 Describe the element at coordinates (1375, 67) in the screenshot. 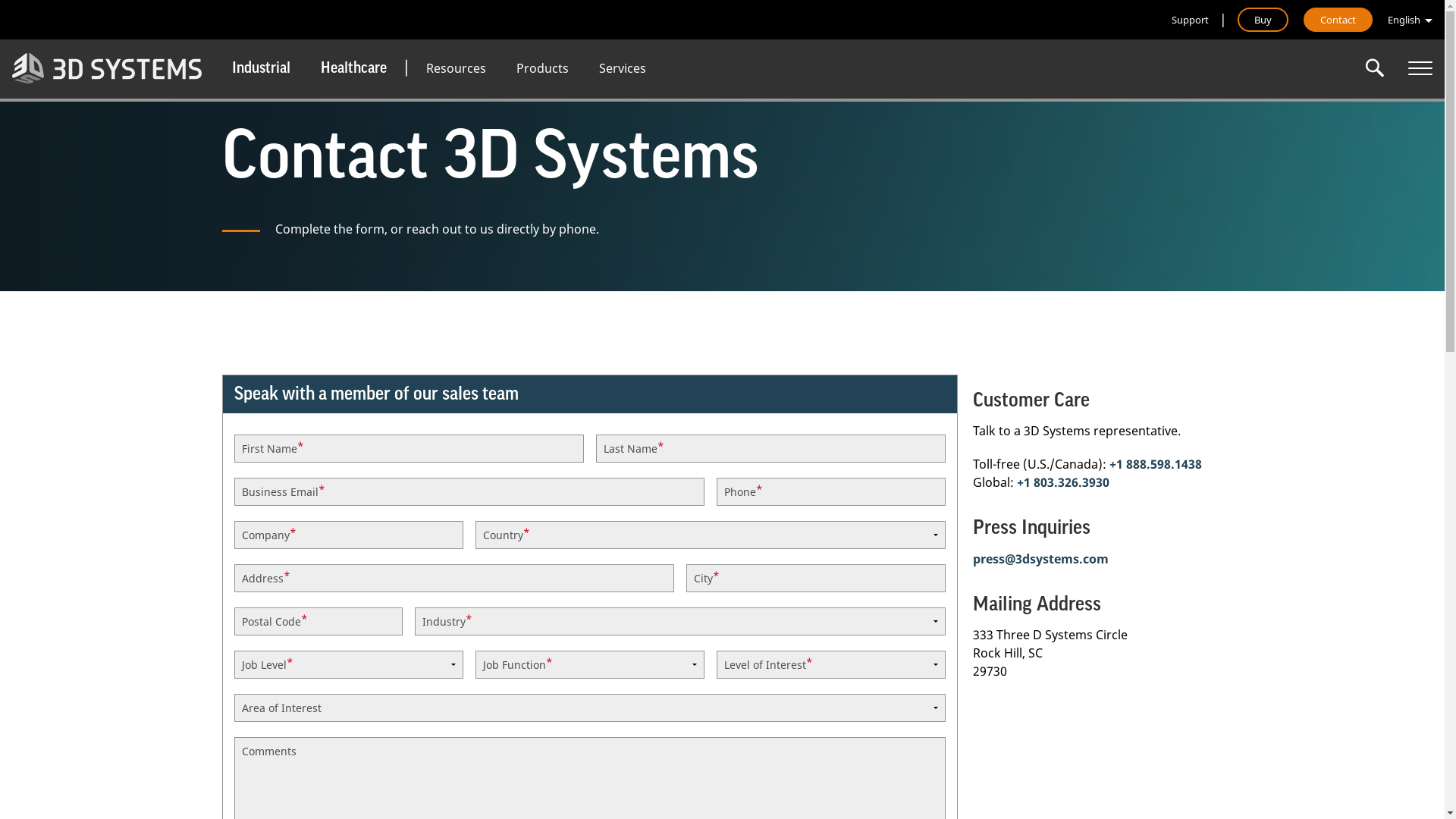

I see `'Search'` at that location.